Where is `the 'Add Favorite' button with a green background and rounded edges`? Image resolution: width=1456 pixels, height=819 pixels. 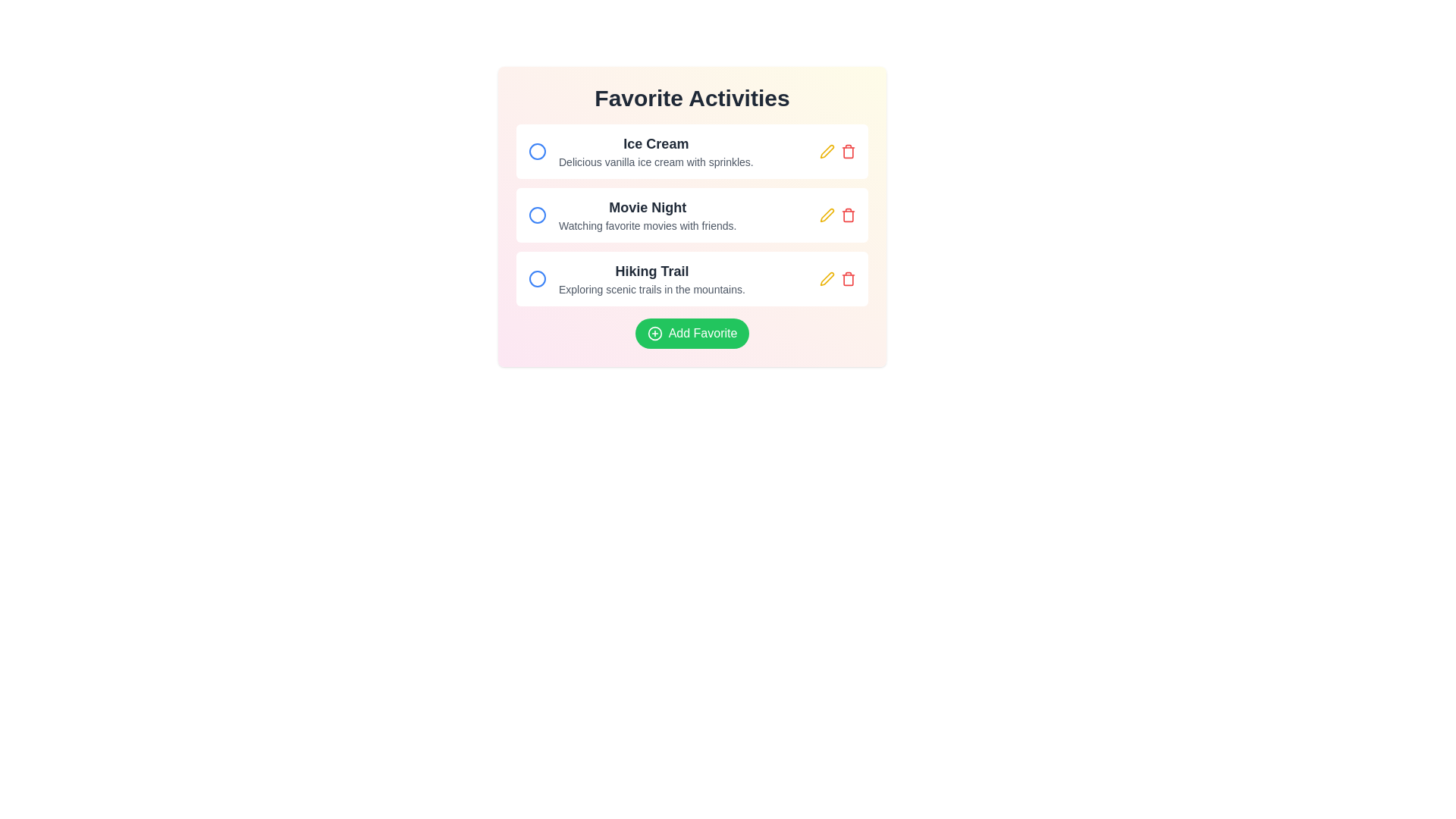
the 'Add Favorite' button with a green background and rounded edges is located at coordinates (691, 332).